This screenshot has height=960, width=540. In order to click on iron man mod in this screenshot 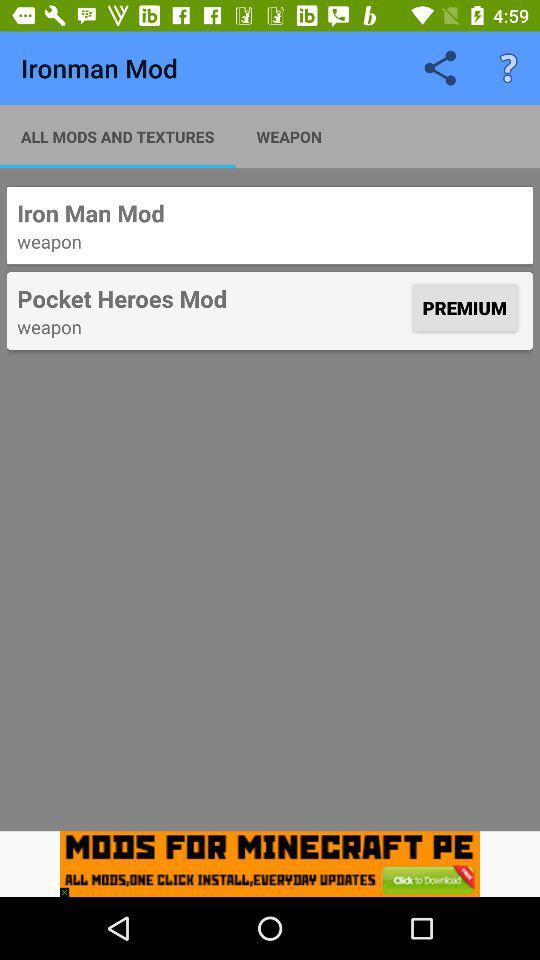, I will do `click(270, 213)`.